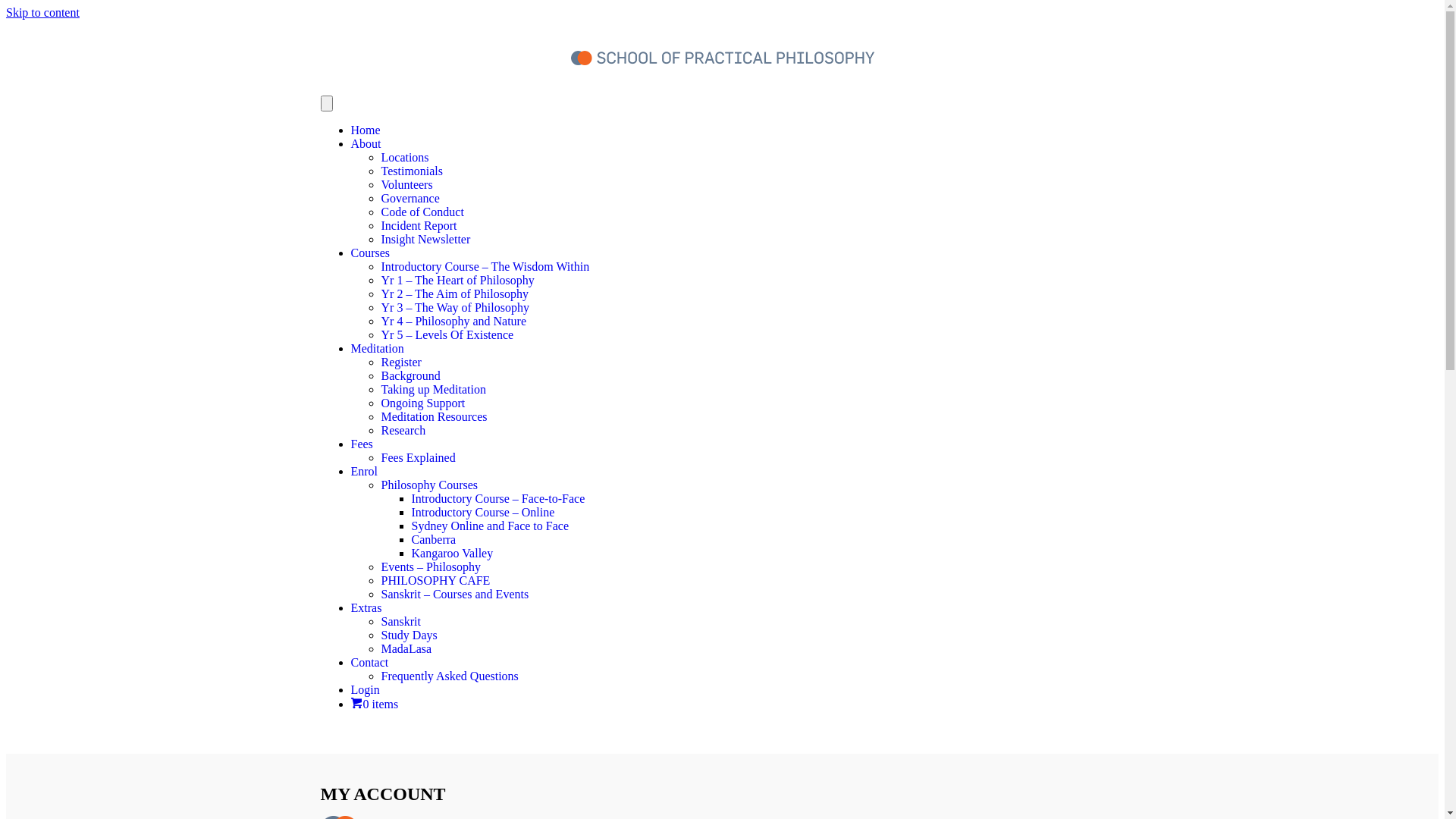 The height and width of the screenshot is (819, 1456). Describe the element at coordinates (419, 225) in the screenshot. I see `'Incident Report'` at that location.